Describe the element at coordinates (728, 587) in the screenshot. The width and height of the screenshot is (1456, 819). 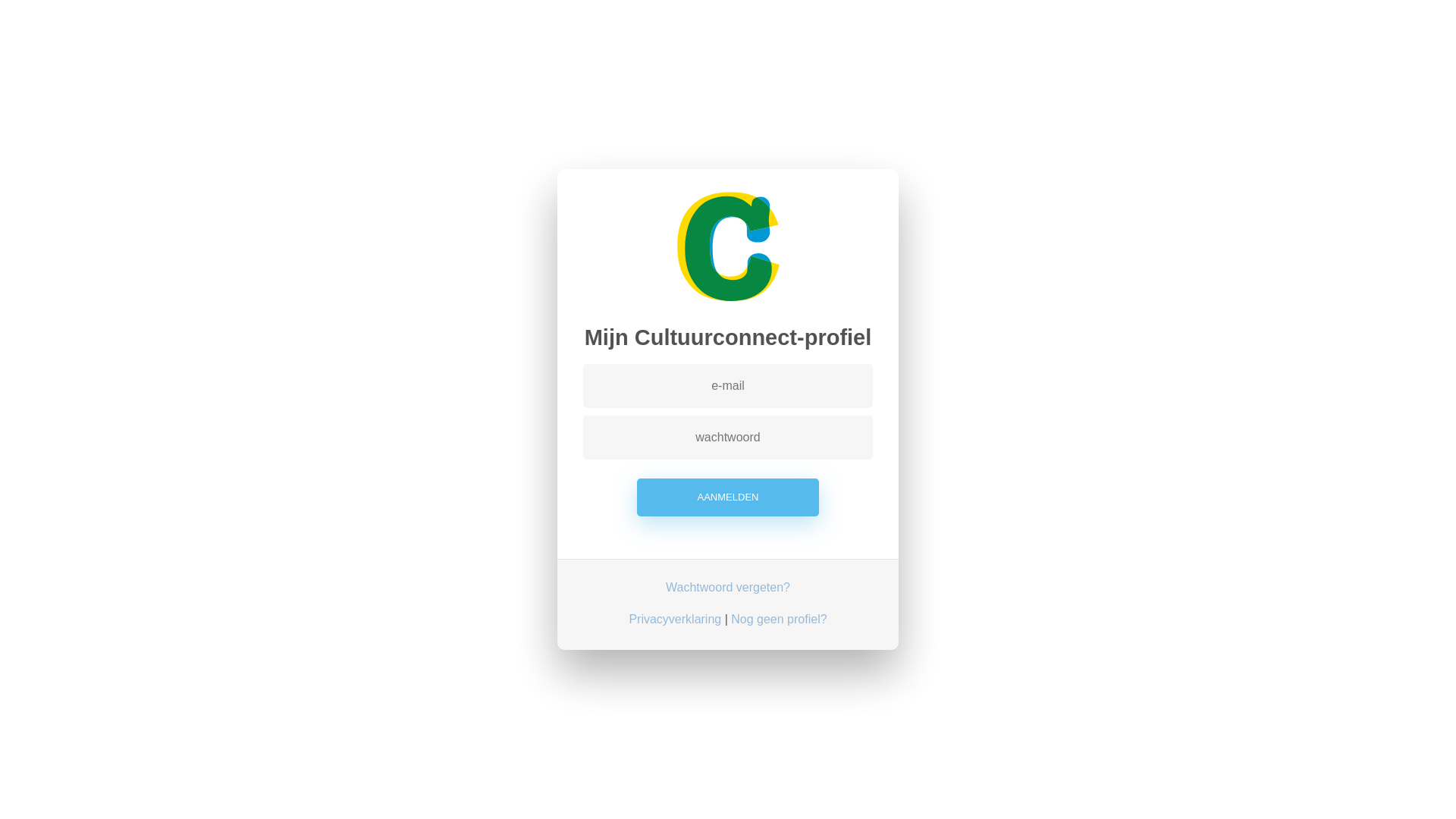
I see `'Wachtwoord vergeten?'` at that location.